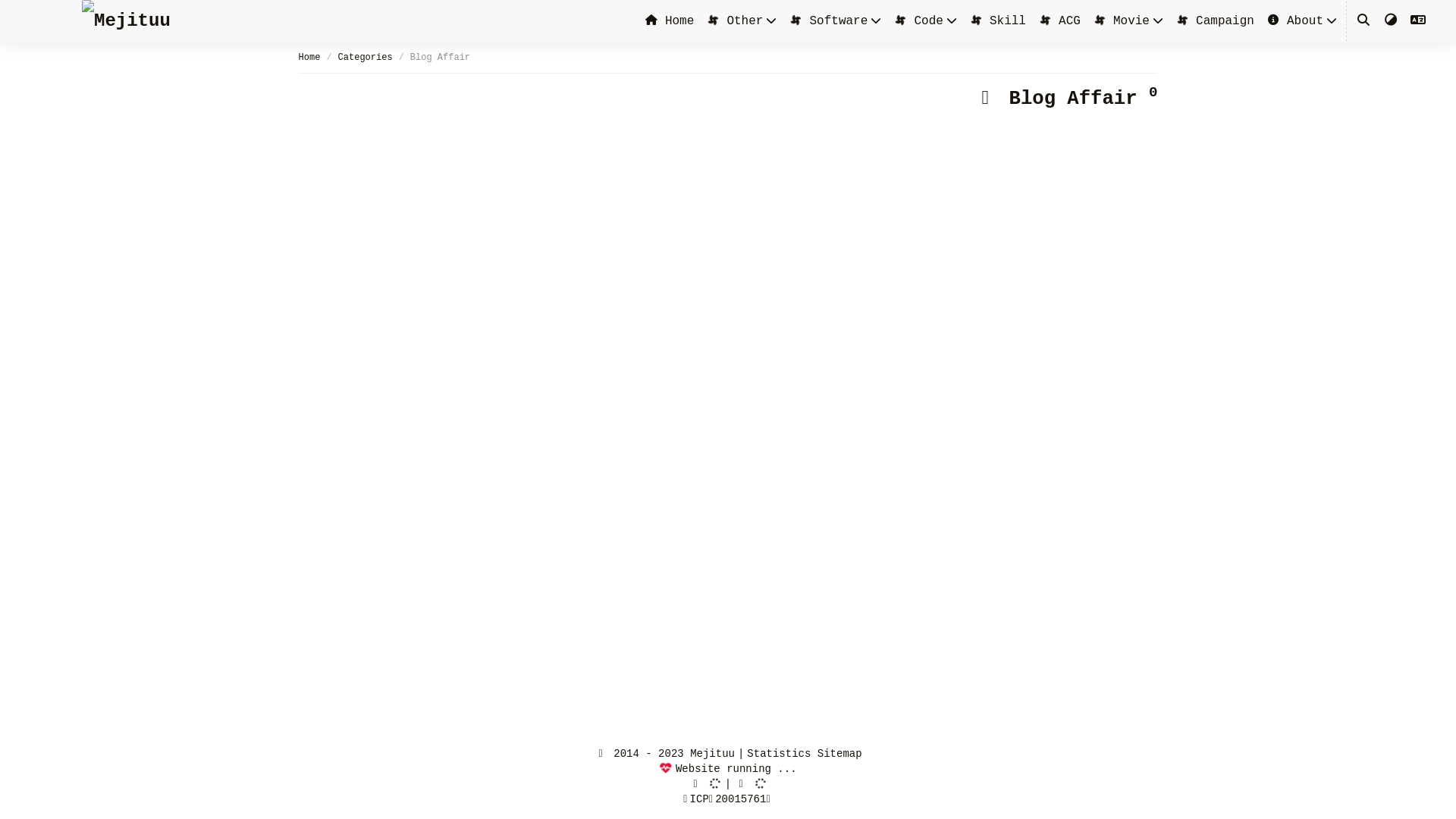  I want to click on 'Other', so click(734, 20).